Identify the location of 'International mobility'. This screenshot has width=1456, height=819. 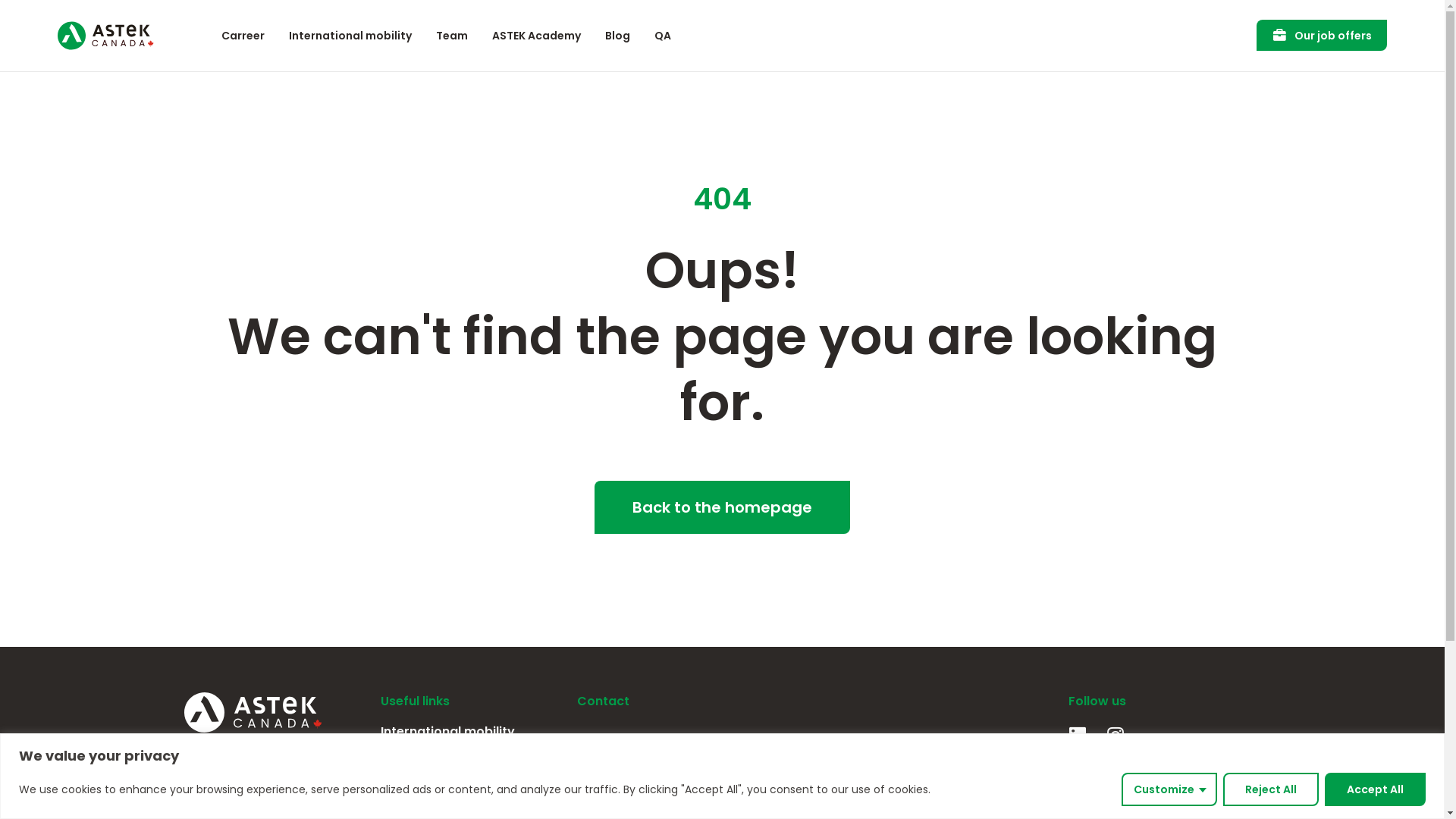
(470, 730).